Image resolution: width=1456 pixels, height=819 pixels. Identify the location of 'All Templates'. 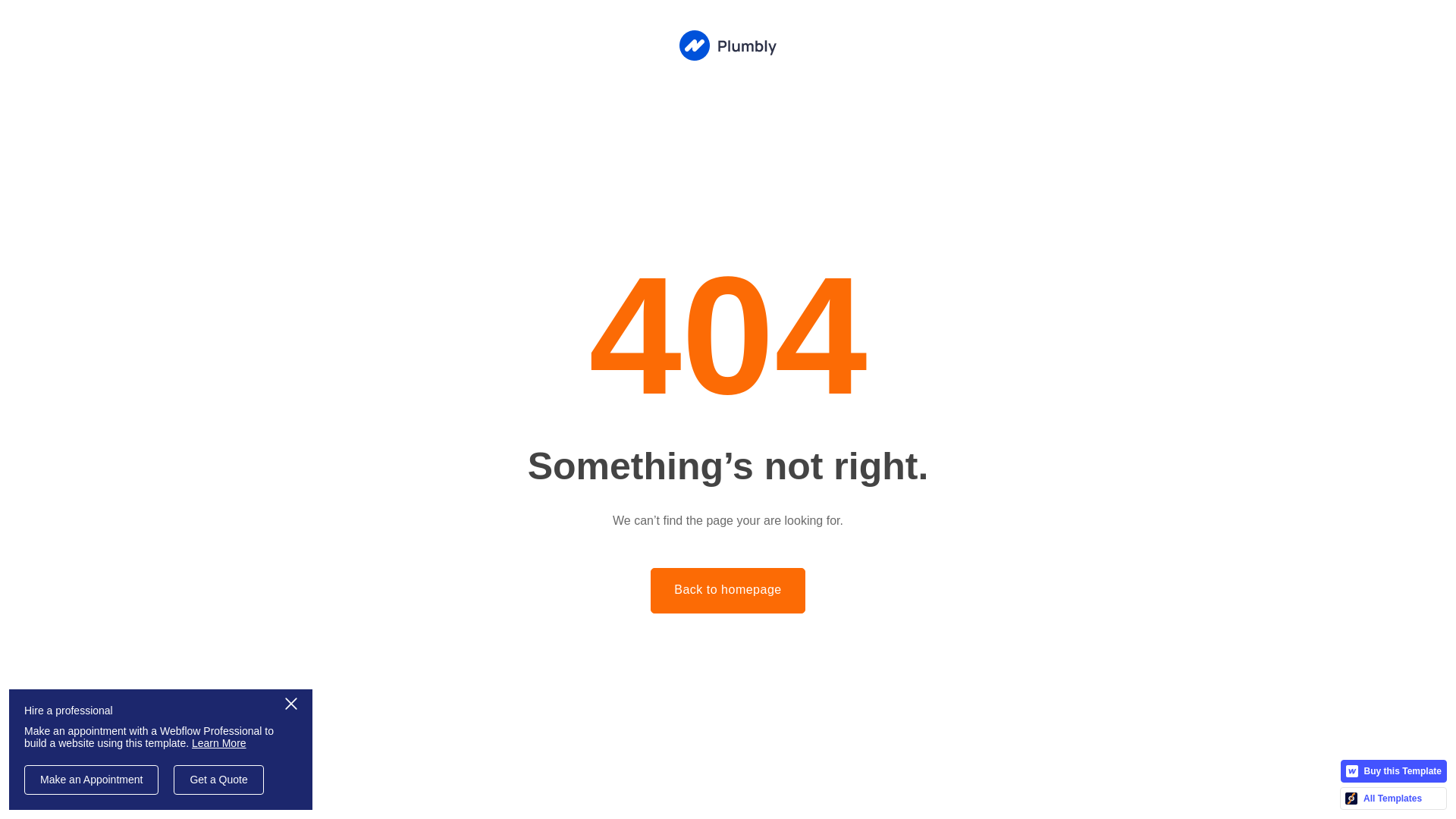
(1393, 798).